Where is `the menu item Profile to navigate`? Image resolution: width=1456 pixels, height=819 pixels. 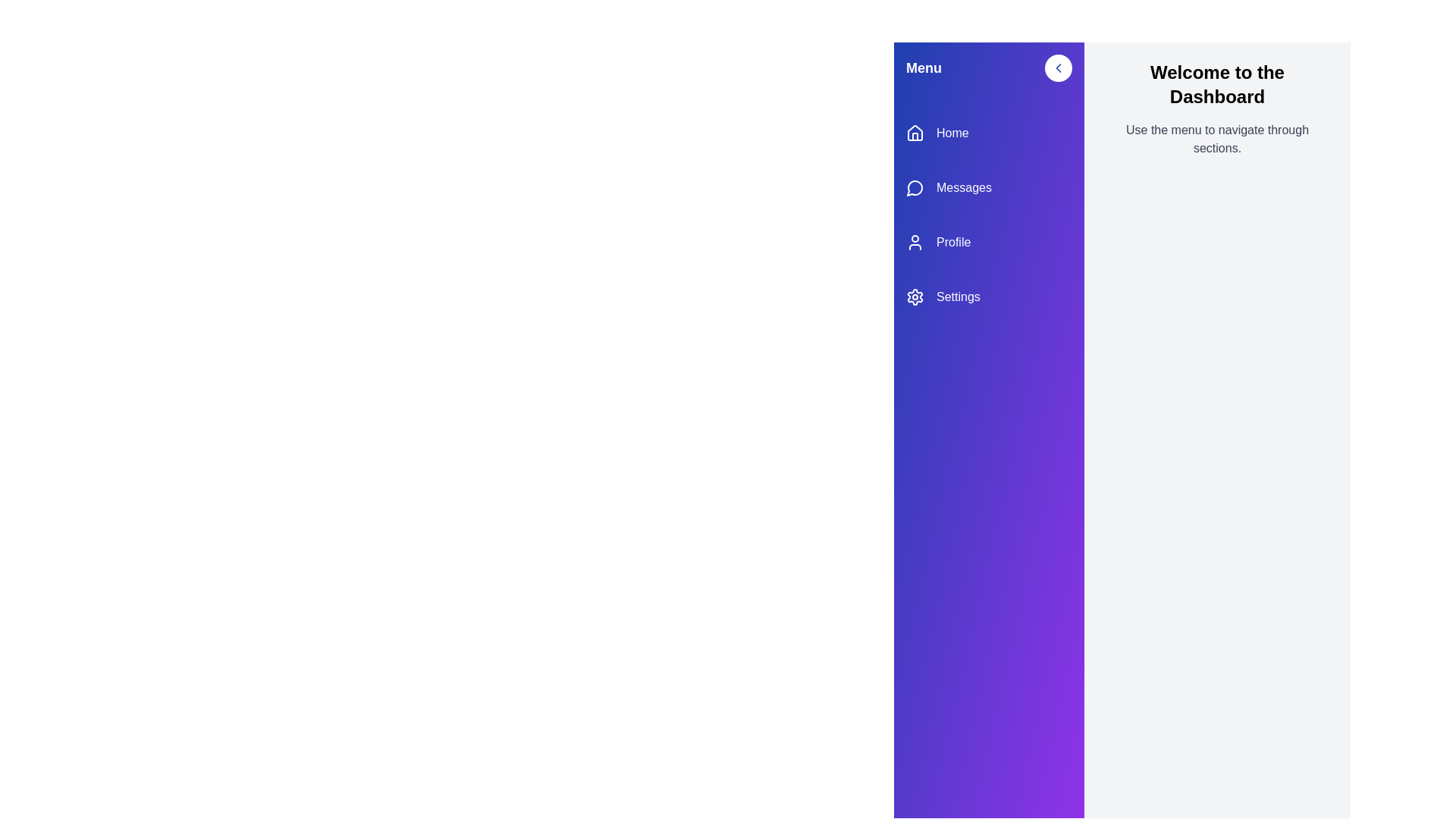 the menu item Profile to navigate is located at coordinates (989, 242).